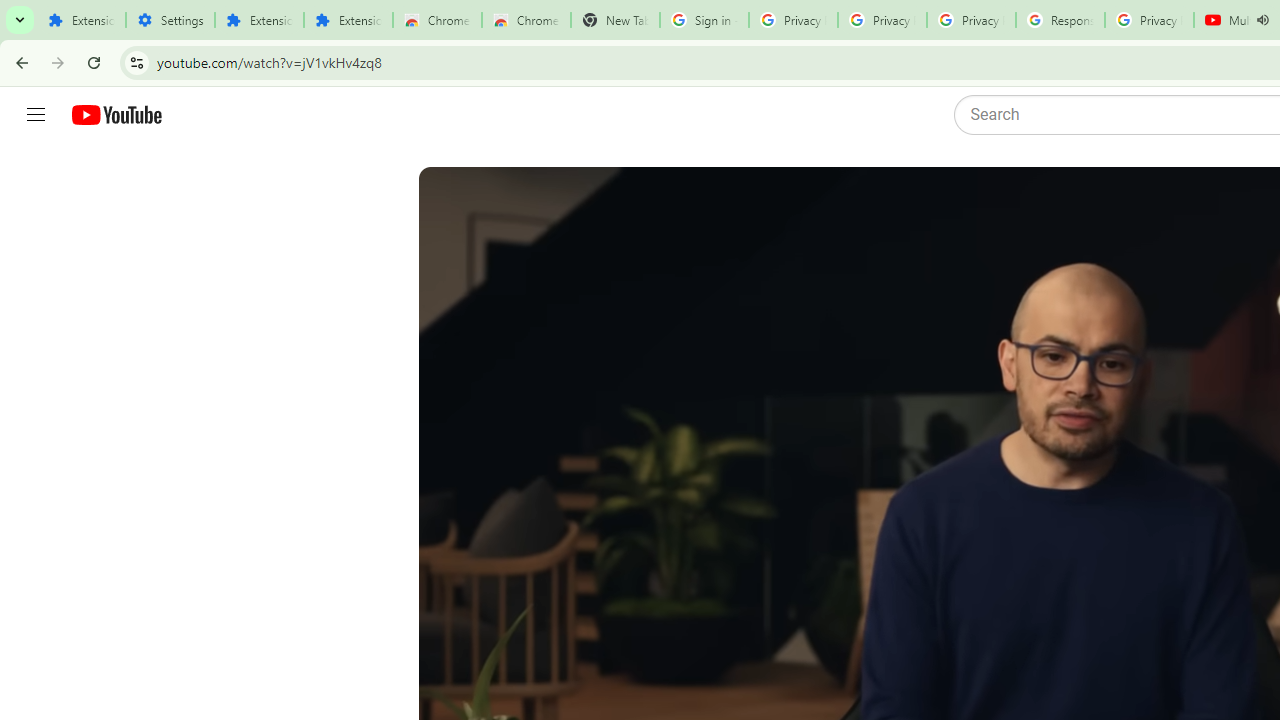 This screenshot has width=1280, height=720. I want to click on 'Settings', so click(170, 20).